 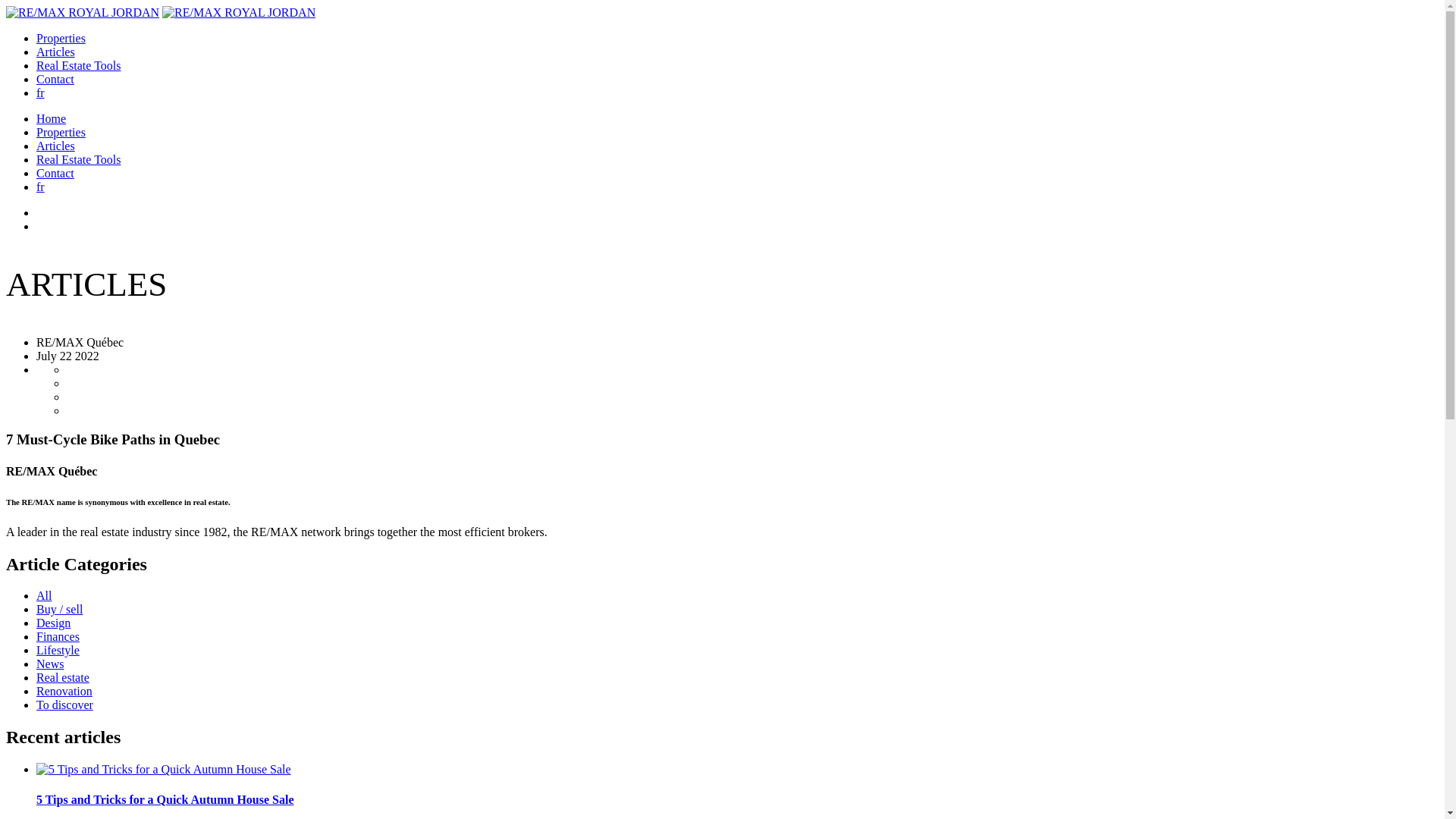 What do you see at coordinates (737, 799) in the screenshot?
I see `'5 Tips and Tricks for a Quick Autumn House Sale'` at bounding box center [737, 799].